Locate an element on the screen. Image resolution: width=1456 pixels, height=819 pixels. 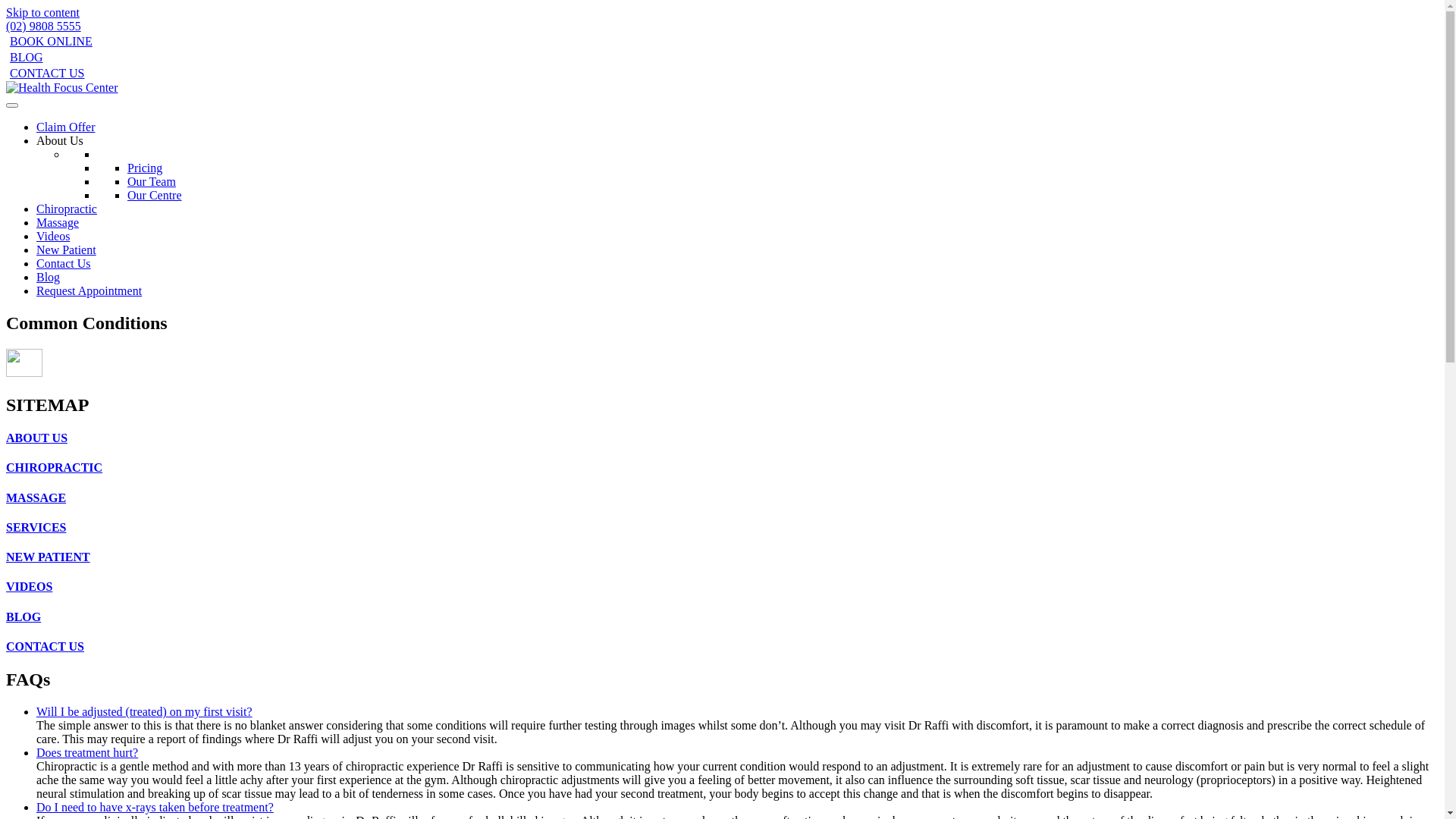
'About Us' is located at coordinates (59, 140).